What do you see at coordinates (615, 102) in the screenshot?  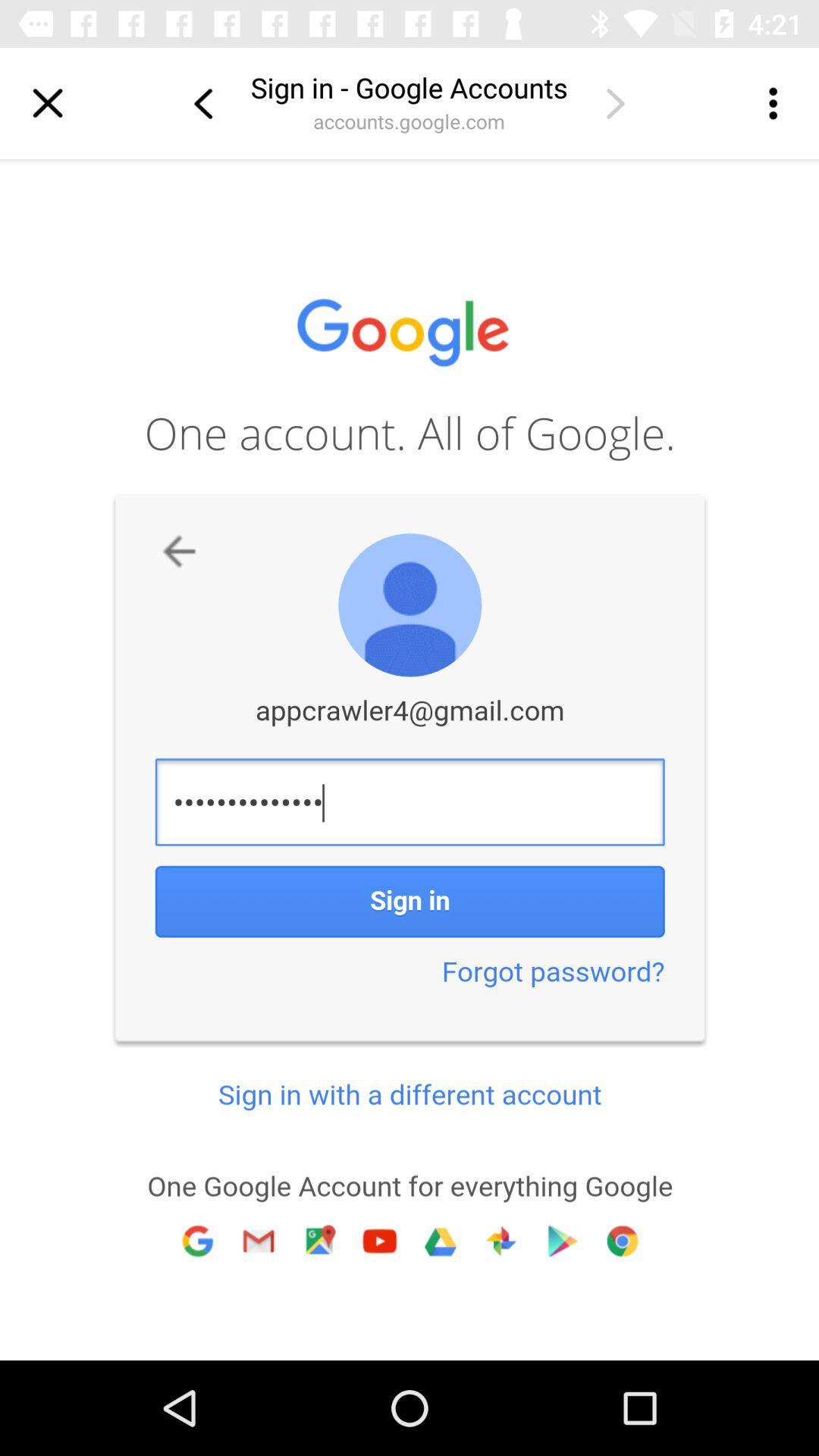 I see `next page` at bounding box center [615, 102].